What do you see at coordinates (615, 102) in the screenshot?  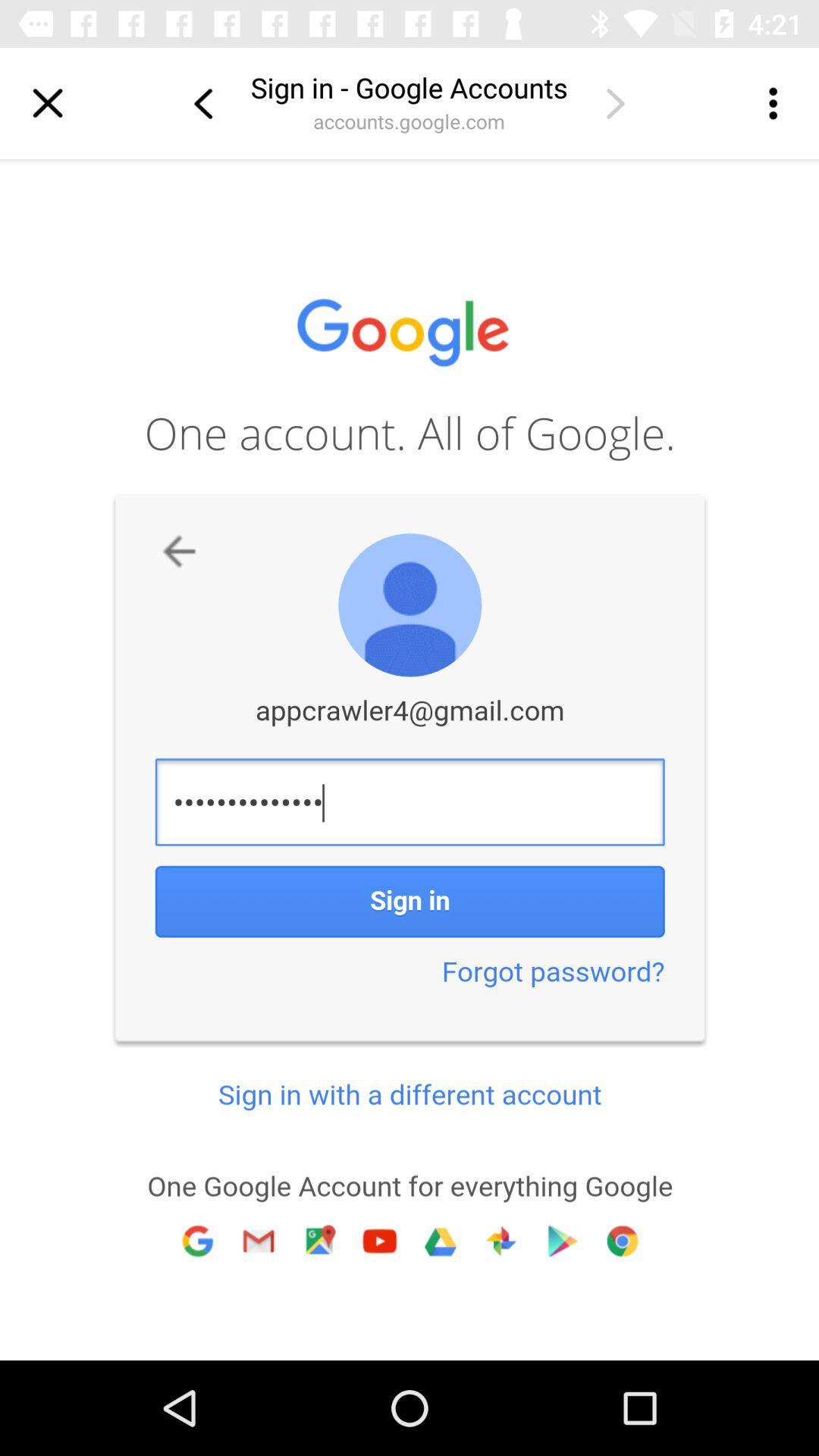 I see `next page` at bounding box center [615, 102].